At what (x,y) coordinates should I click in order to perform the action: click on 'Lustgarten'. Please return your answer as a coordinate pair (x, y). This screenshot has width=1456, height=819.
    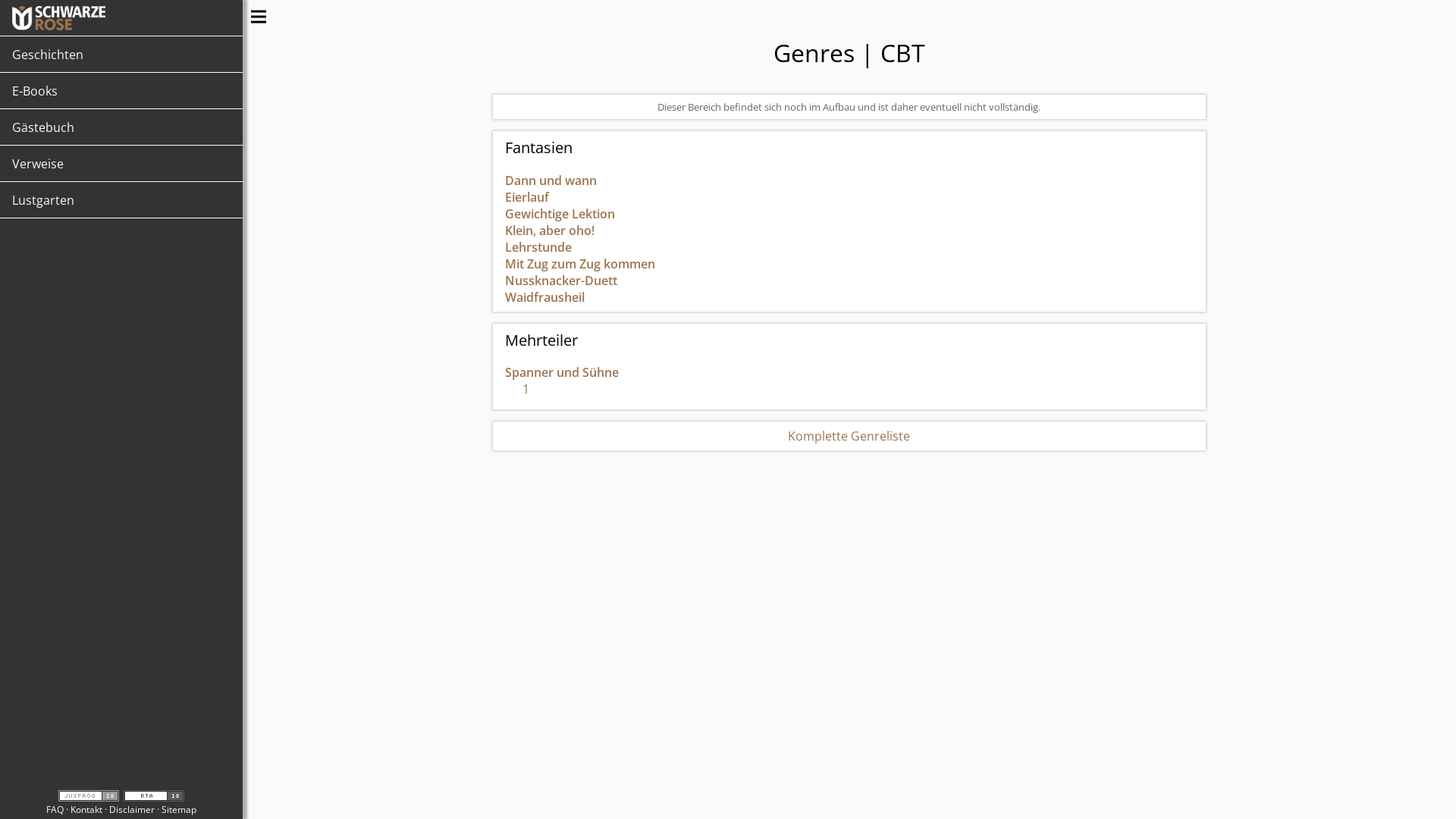
    Looking at the image, I should click on (120, 199).